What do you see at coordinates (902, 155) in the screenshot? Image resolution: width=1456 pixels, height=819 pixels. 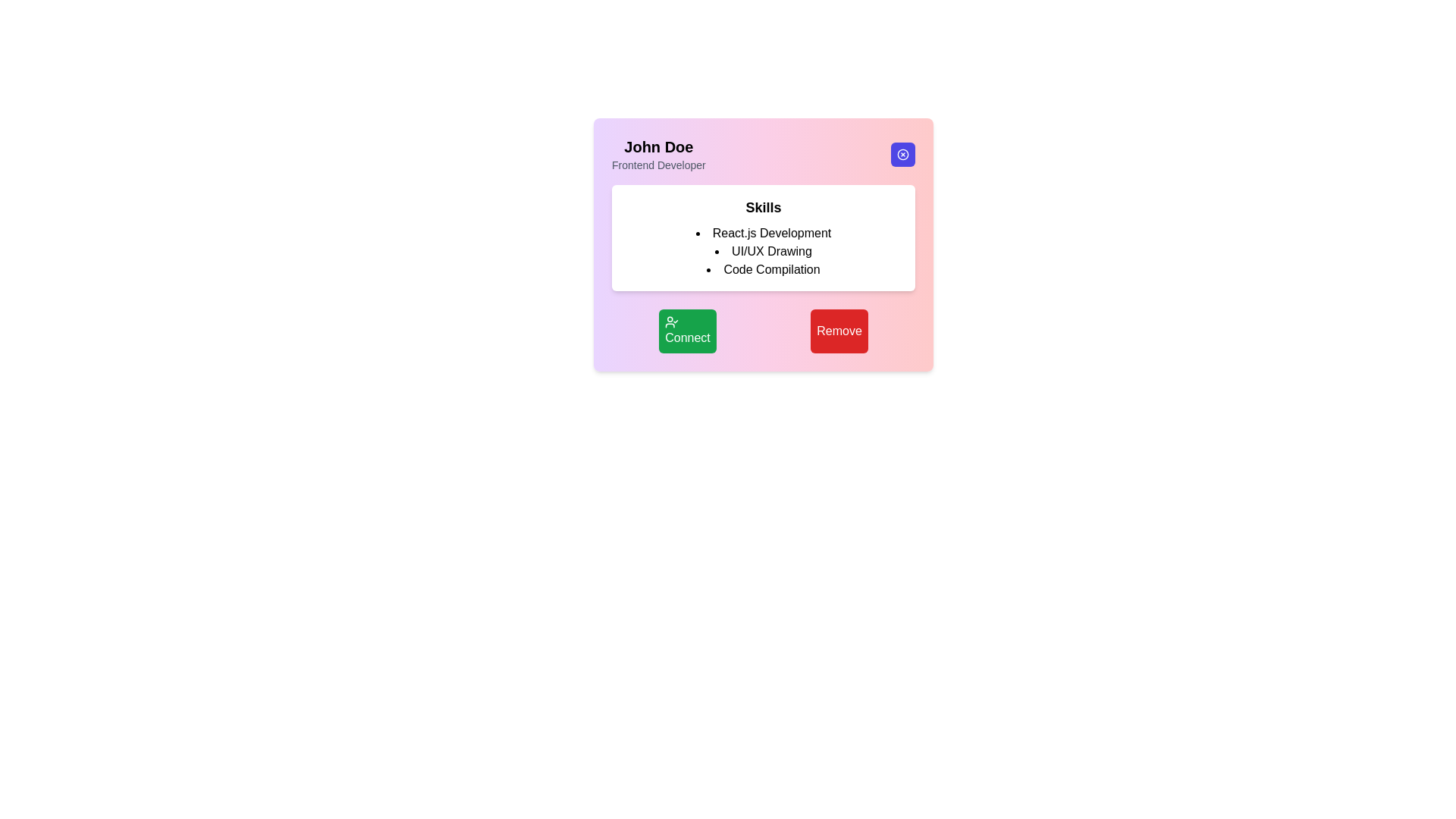 I see `the small circular blue button with a white border featuring an 'x' icon, located in the upper-right corner of the header section` at bounding box center [902, 155].